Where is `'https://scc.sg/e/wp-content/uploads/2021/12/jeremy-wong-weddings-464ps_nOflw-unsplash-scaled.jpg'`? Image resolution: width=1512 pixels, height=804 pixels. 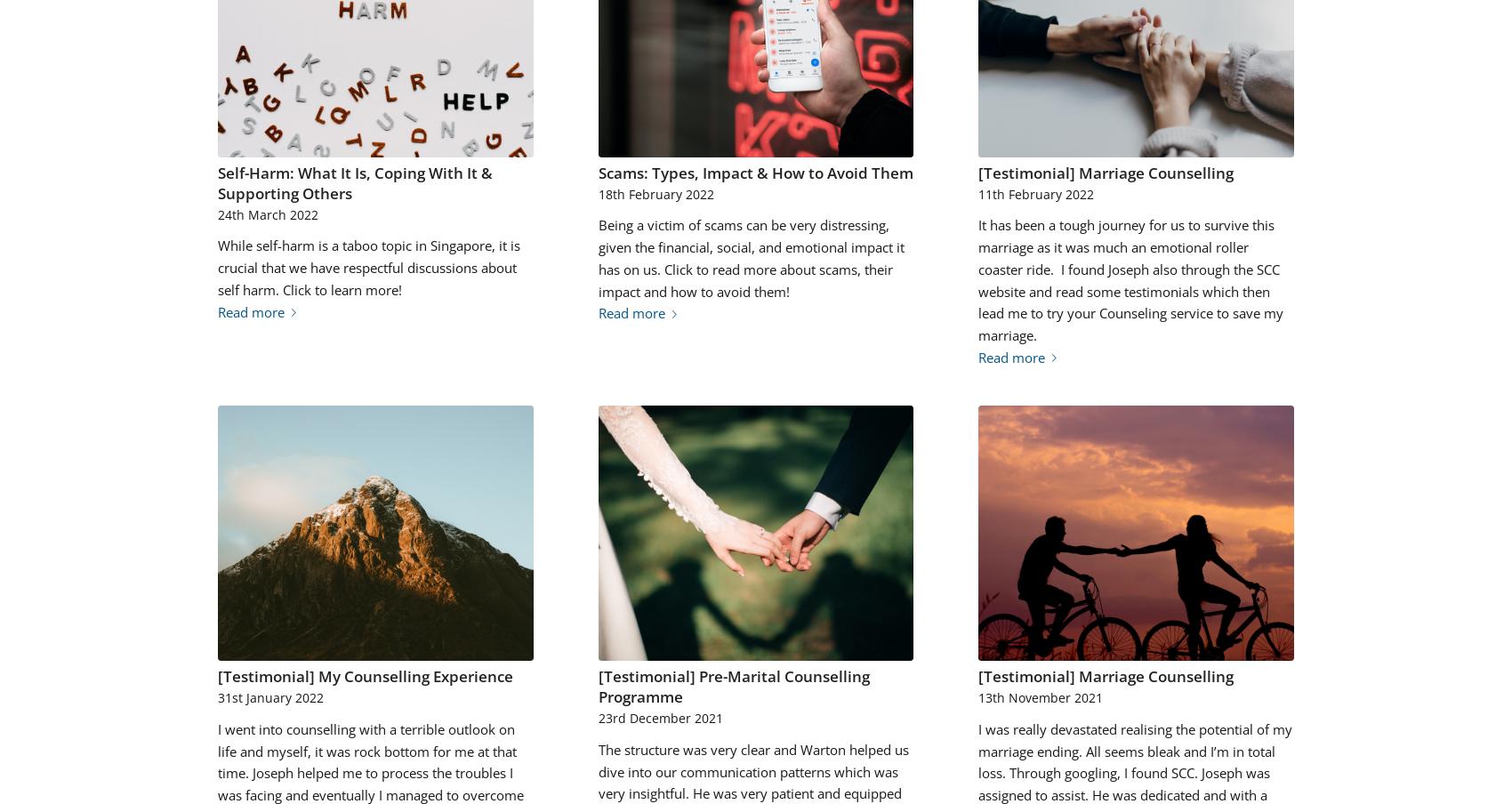
'https://scc.sg/e/wp-content/uploads/2021/12/jeremy-wong-weddings-464ps_nOflw-unsplash-scaled.jpg' is located at coordinates (752, 437).